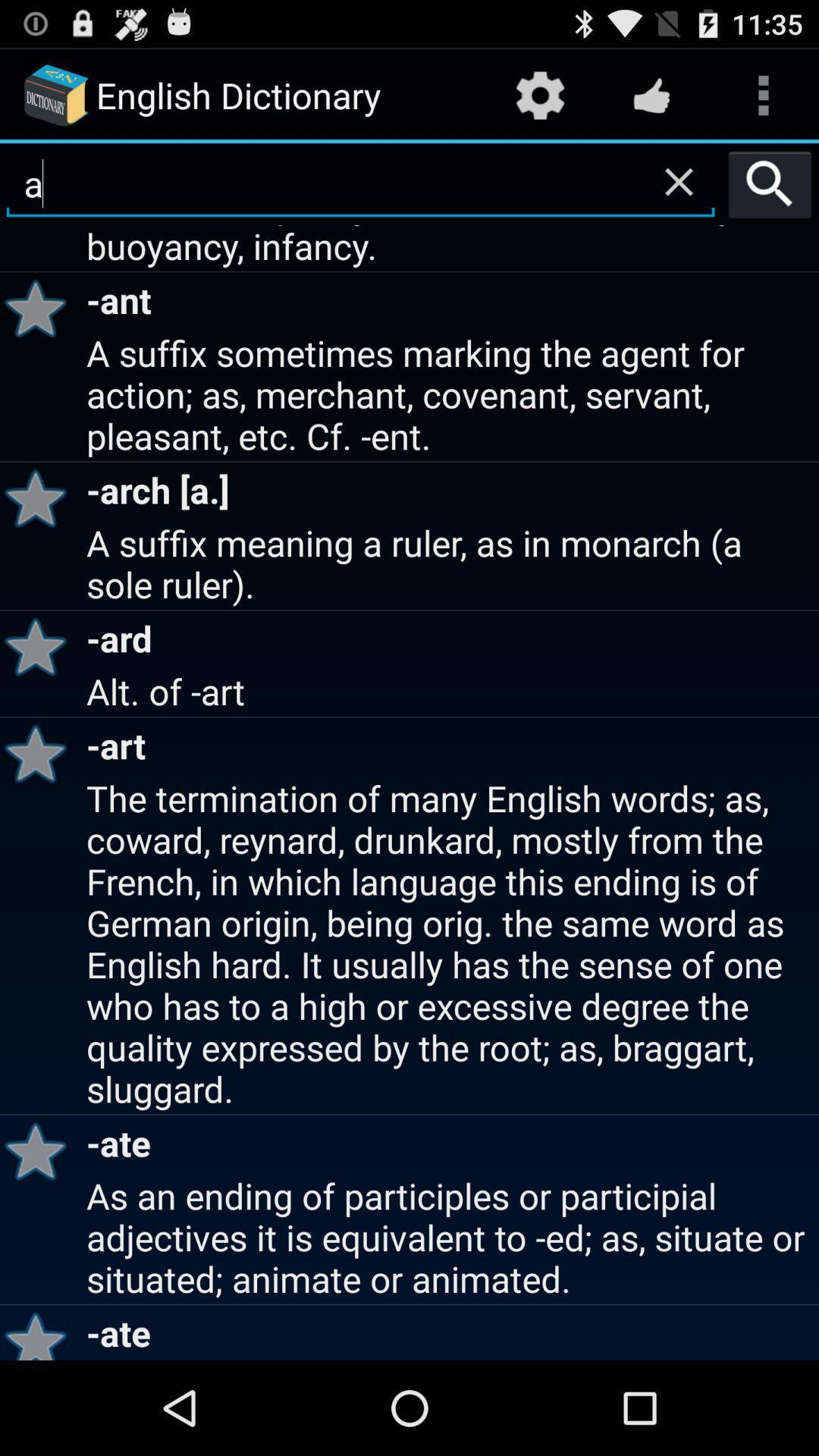 The image size is (819, 1456). What do you see at coordinates (40, 646) in the screenshot?
I see `icon below the a suffix meaning icon` at bounding box center [40, 646].